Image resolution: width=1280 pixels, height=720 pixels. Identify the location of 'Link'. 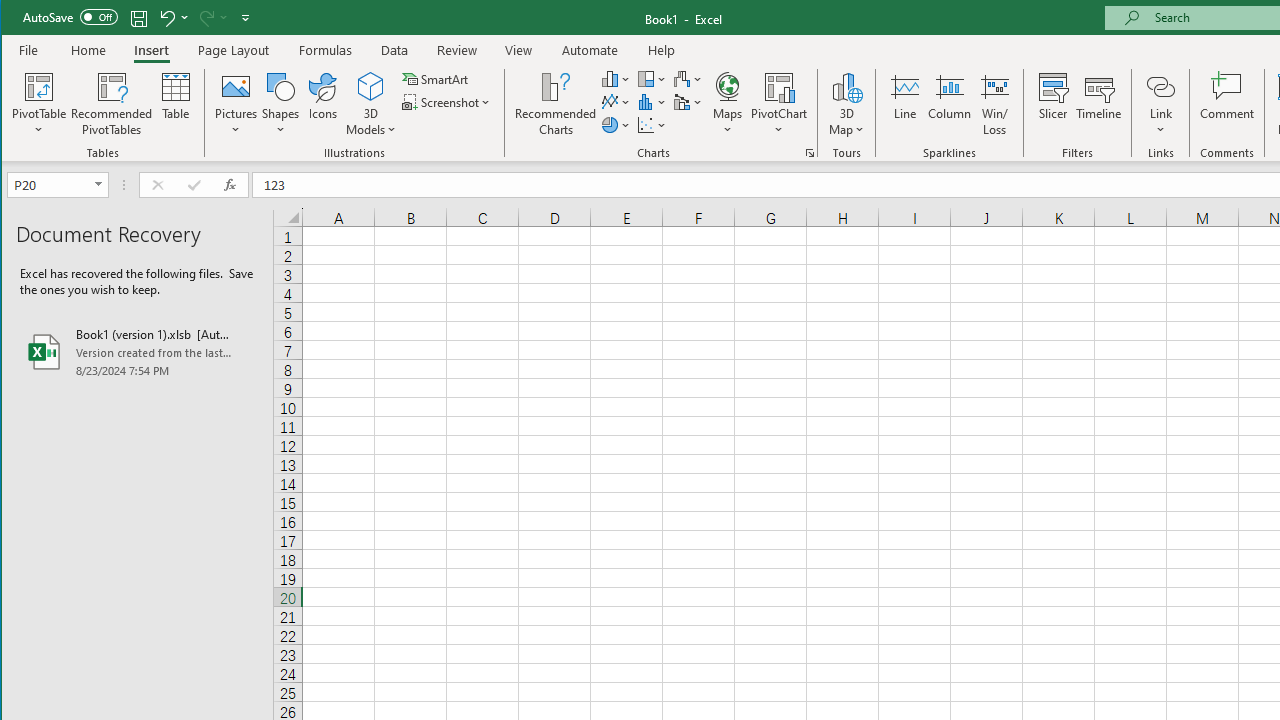
(1160, 104).